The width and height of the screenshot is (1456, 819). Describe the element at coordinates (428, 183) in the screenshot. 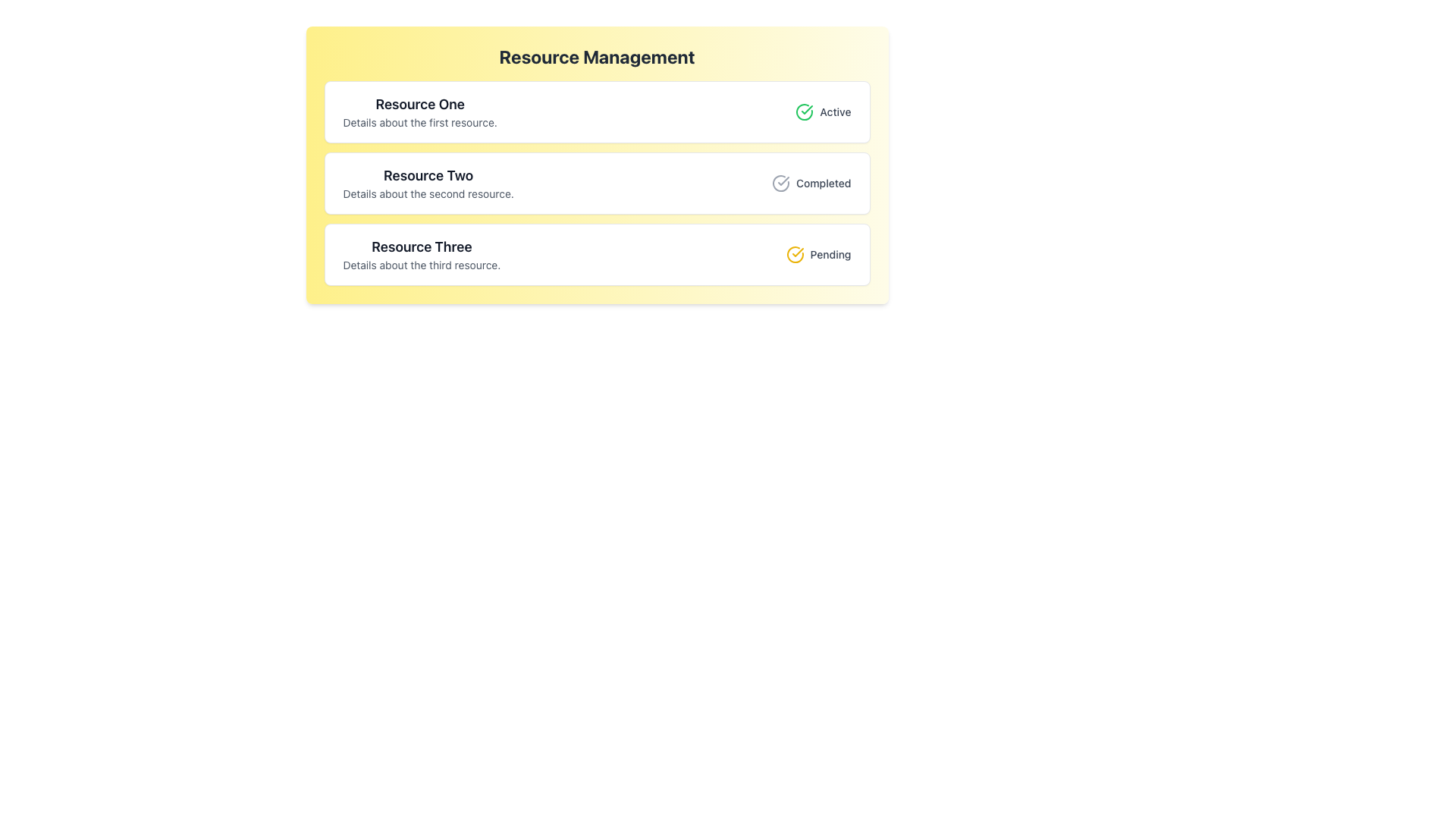

I see `the Text block displaying information about 'Resource Two'` at that location.